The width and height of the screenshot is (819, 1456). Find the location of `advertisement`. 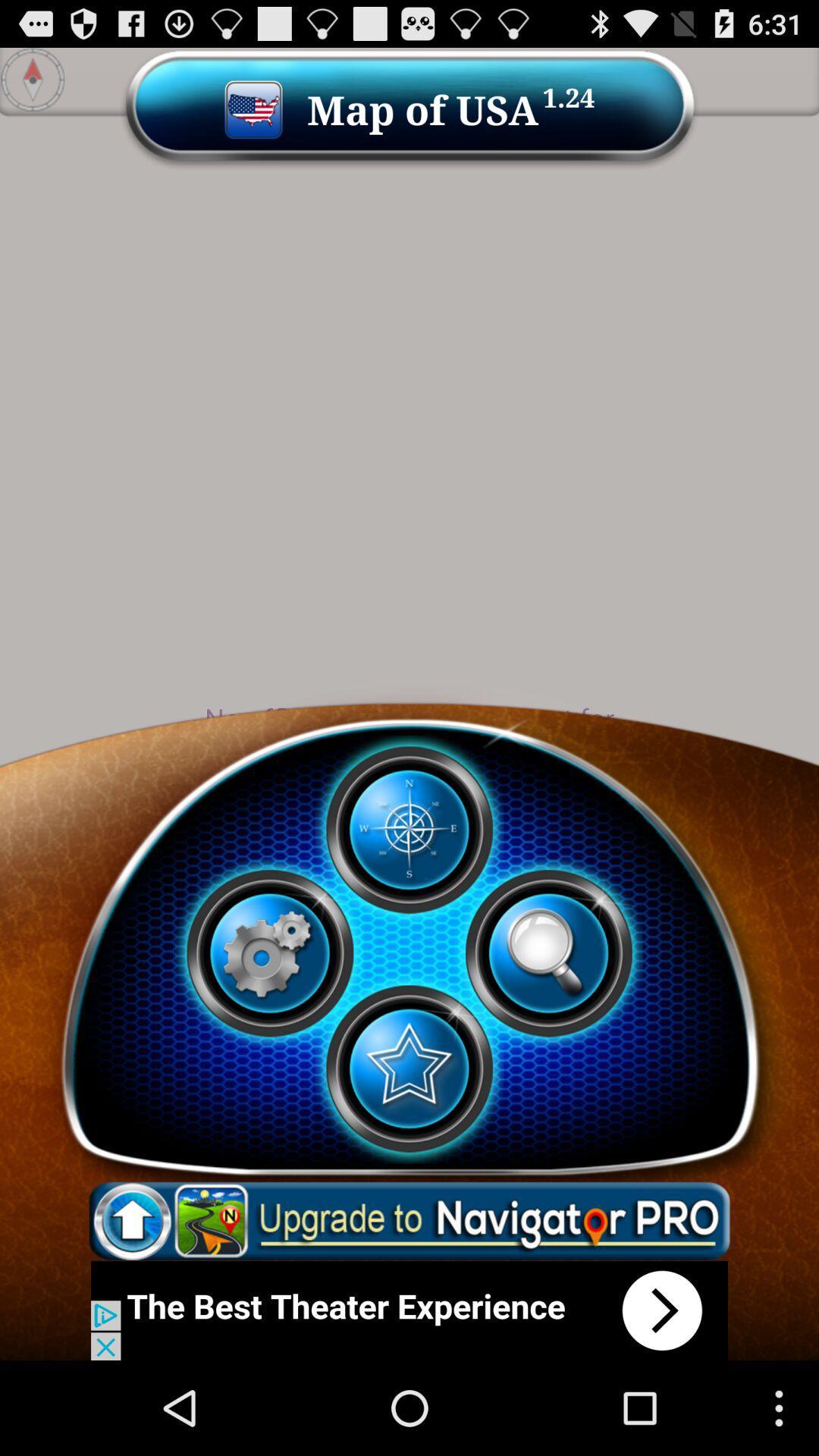

advertisement is located at coordinates (409, 1310).